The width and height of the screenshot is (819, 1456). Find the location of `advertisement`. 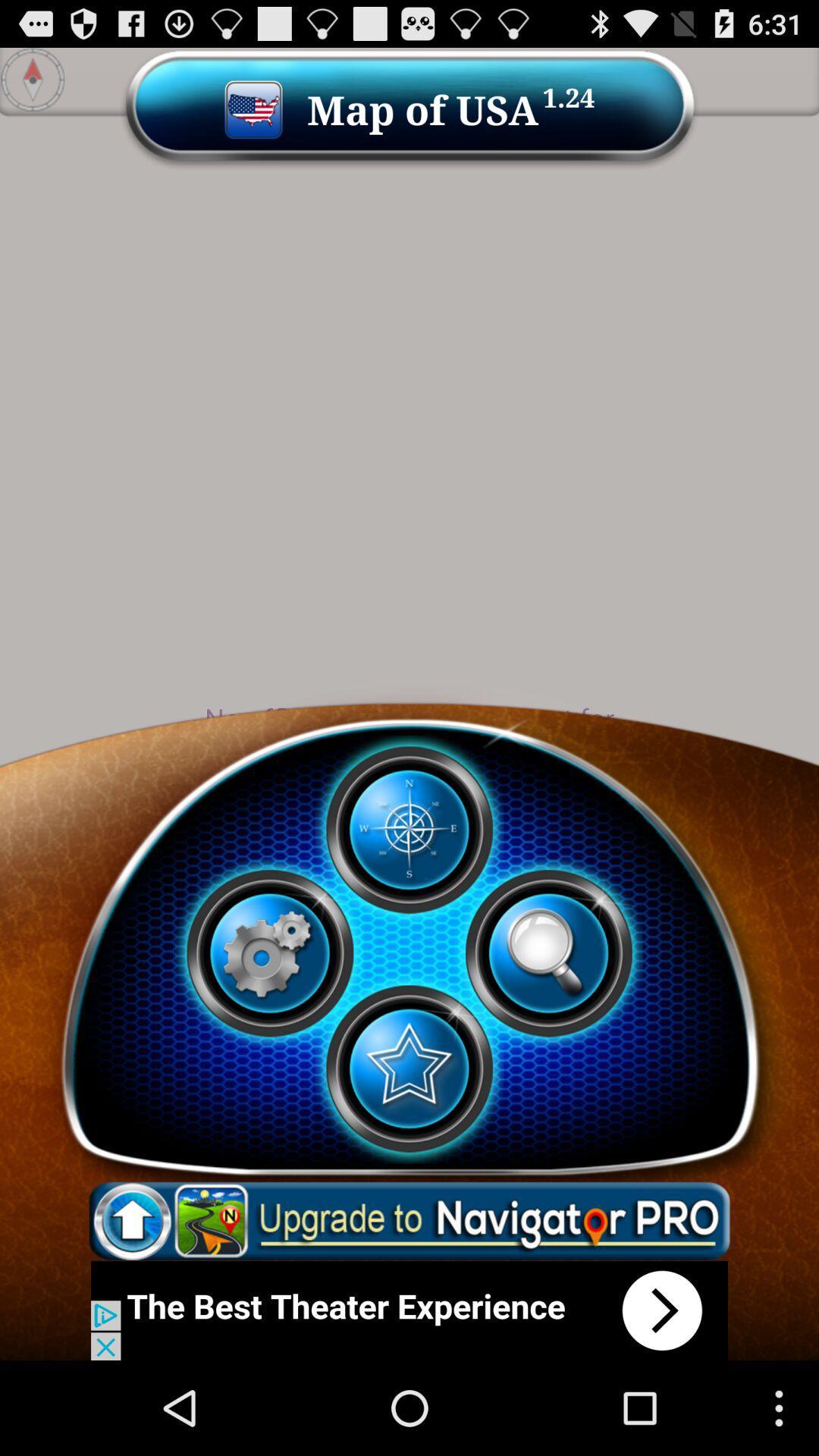

advertisement is located at coordinates (409, 1310).